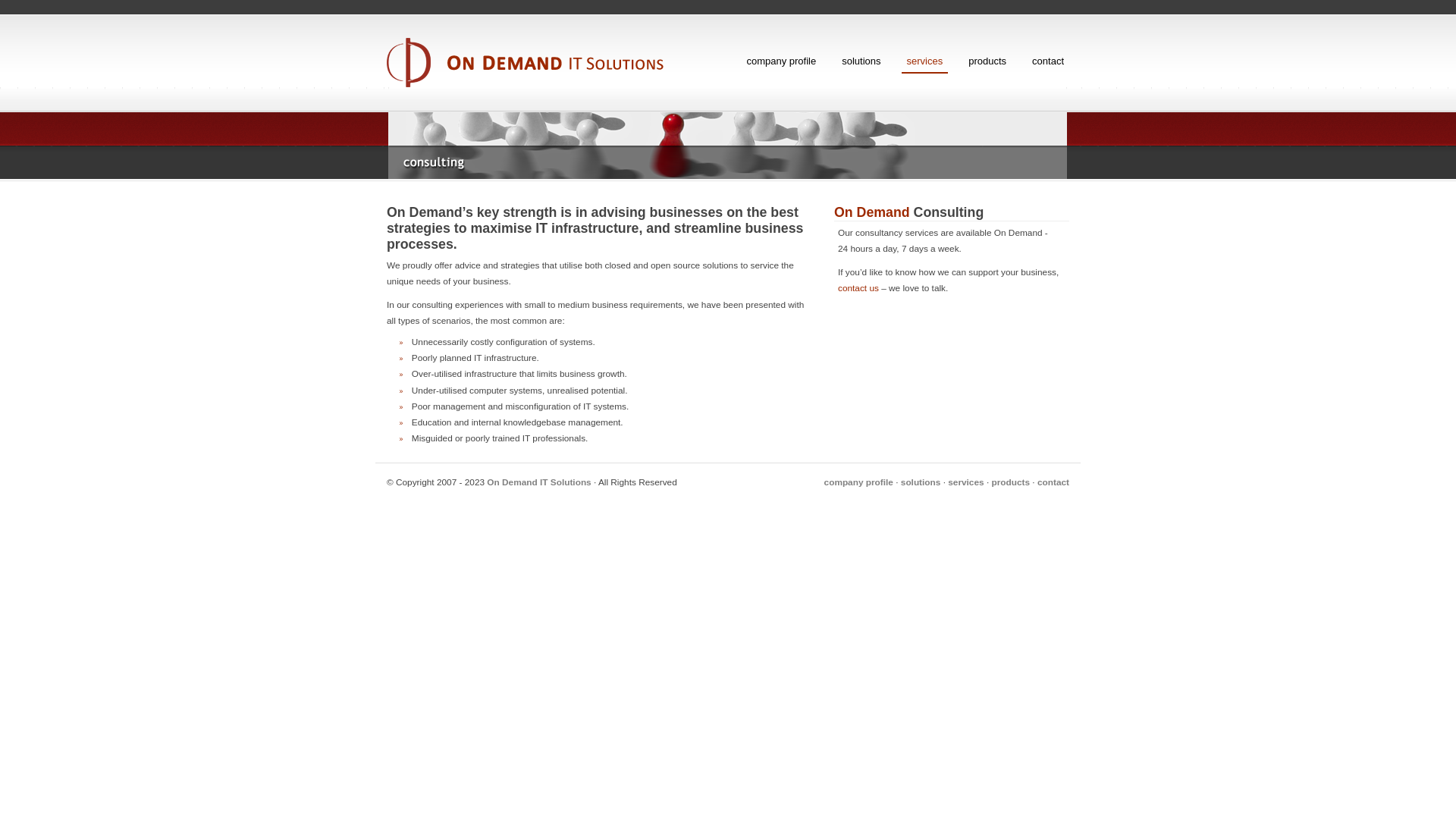  I want to click on 'company profile', so click(823, 482).